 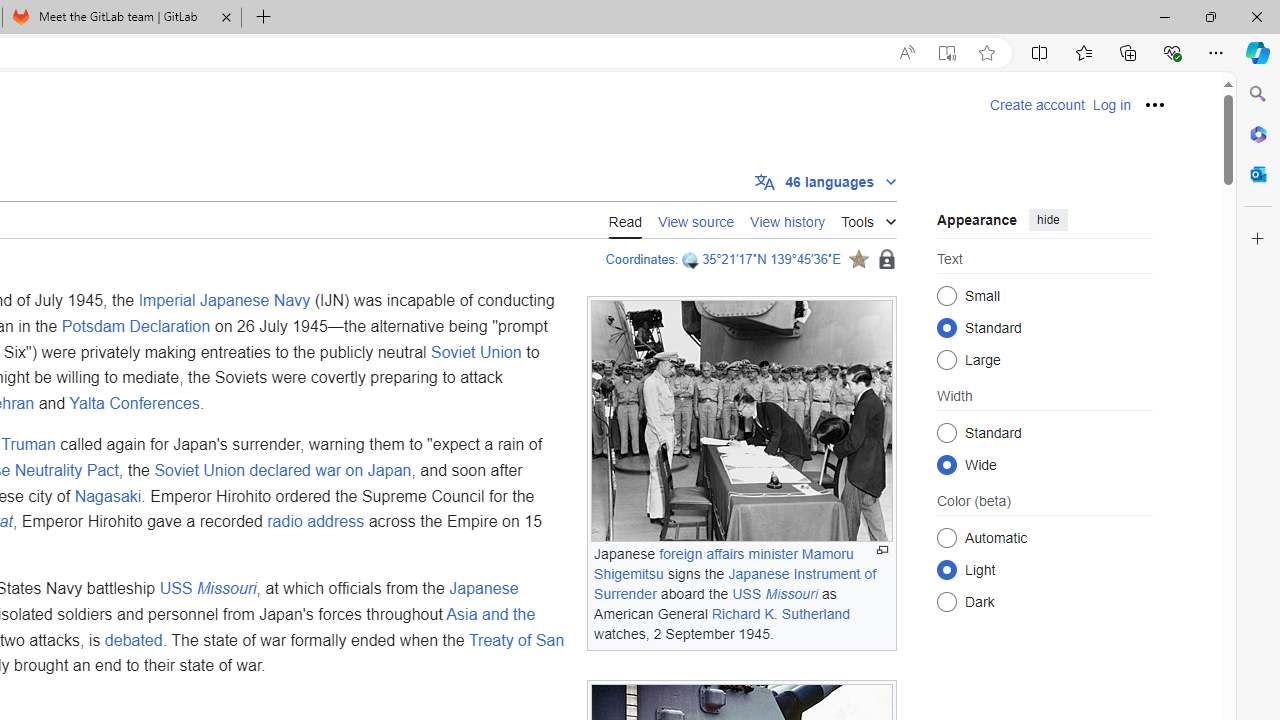 I want to click on 'Mamoru Shigemitsu', so click(x=722, y=564).